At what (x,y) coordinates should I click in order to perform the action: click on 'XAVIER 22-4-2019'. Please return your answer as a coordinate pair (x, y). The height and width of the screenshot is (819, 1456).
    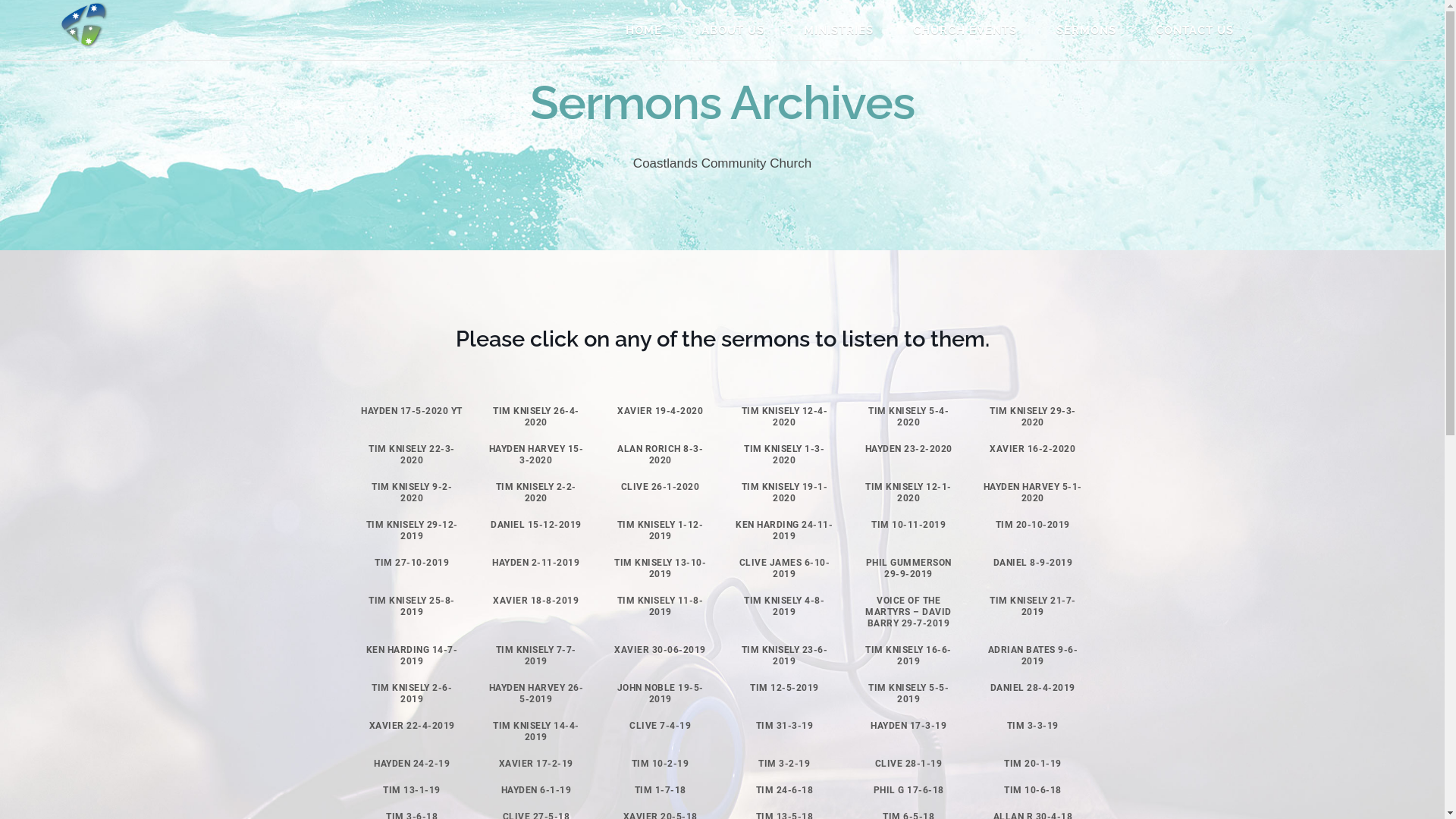
    Looking at the image, I should click on (412, 724).